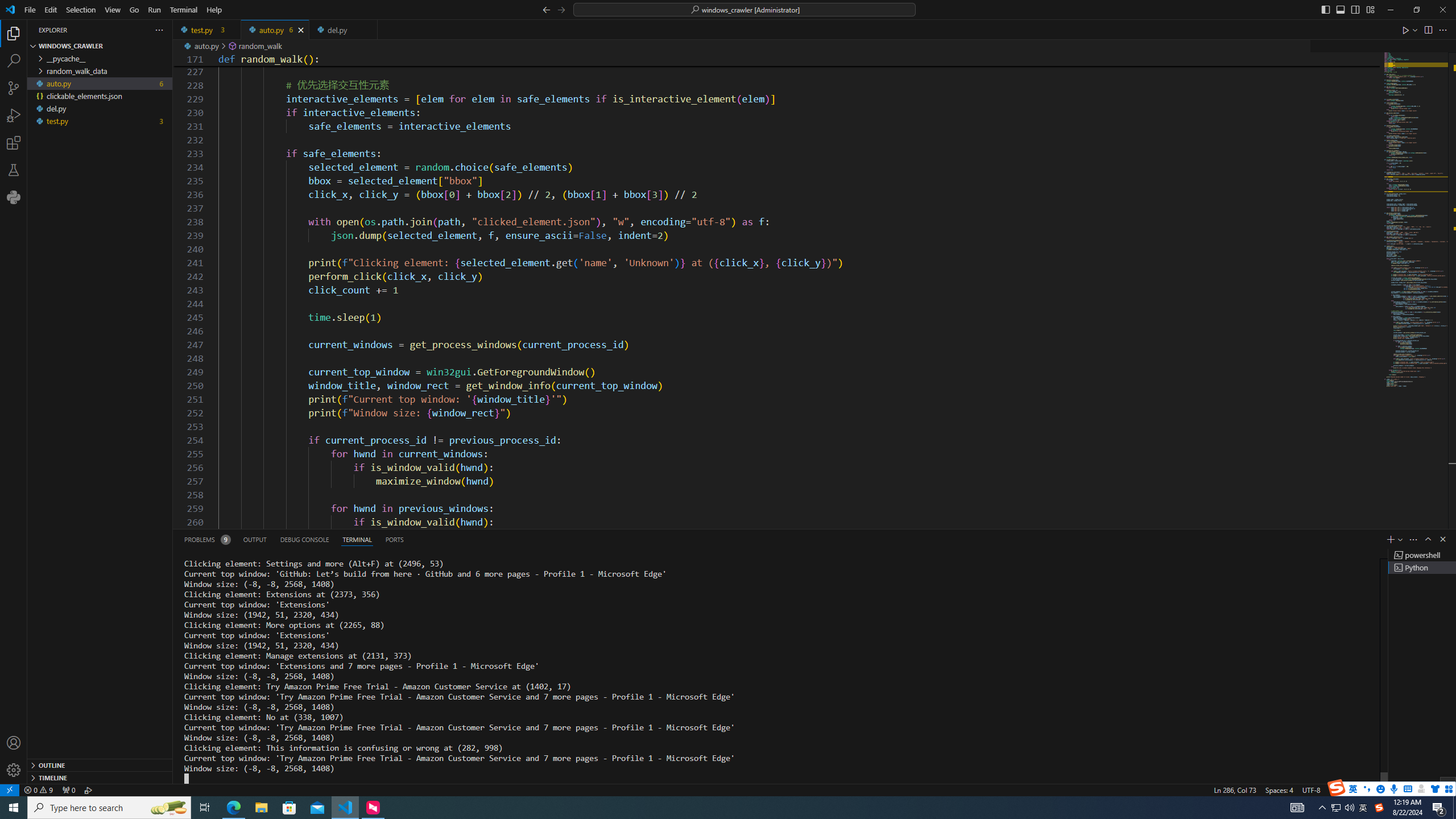  Describe the element at coordinates (1422, 554) in the screenshot. I see `'Terminal 1 powershell'` at that location.